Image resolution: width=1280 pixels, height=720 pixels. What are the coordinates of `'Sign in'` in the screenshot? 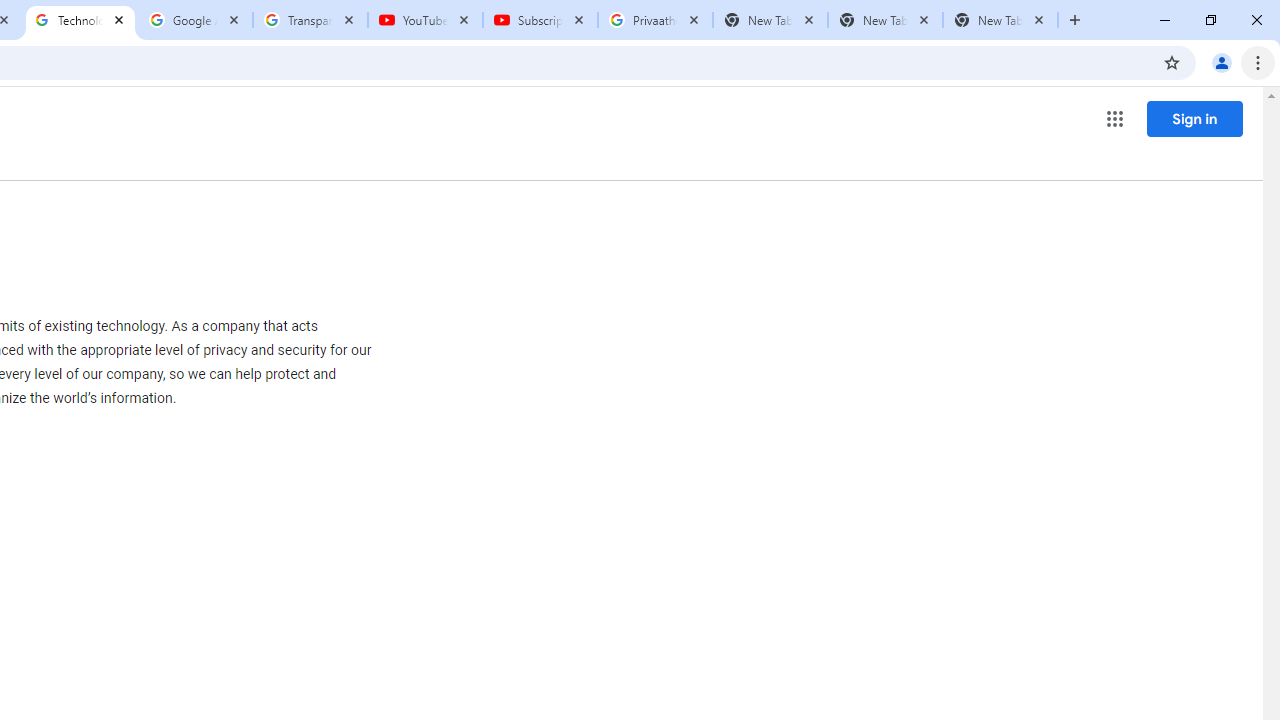 It's located at (1194, 118).